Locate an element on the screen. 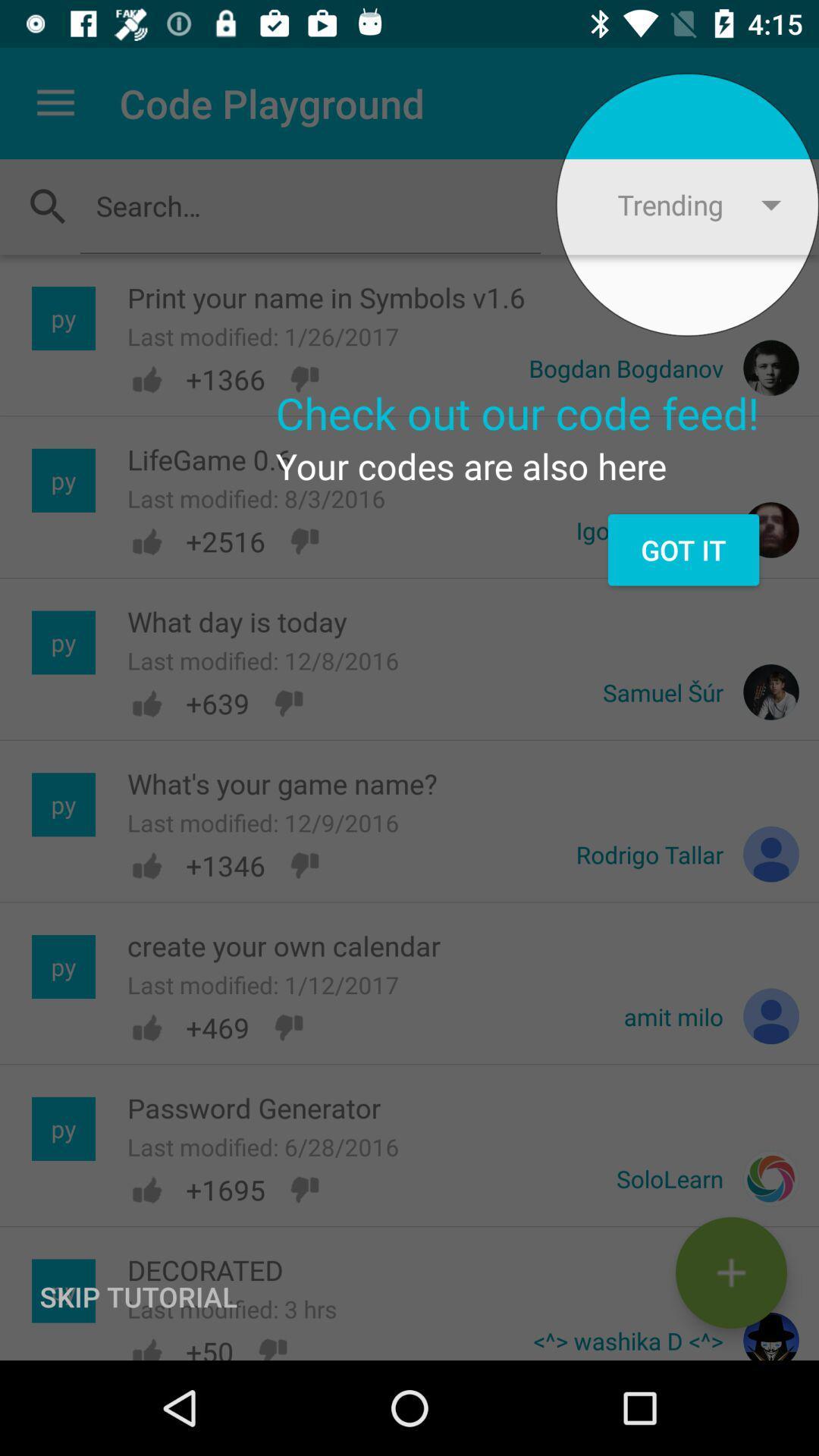 The height and width of the screenshot is (1456, 819). text in the search field is located at coordinates (309, 205).